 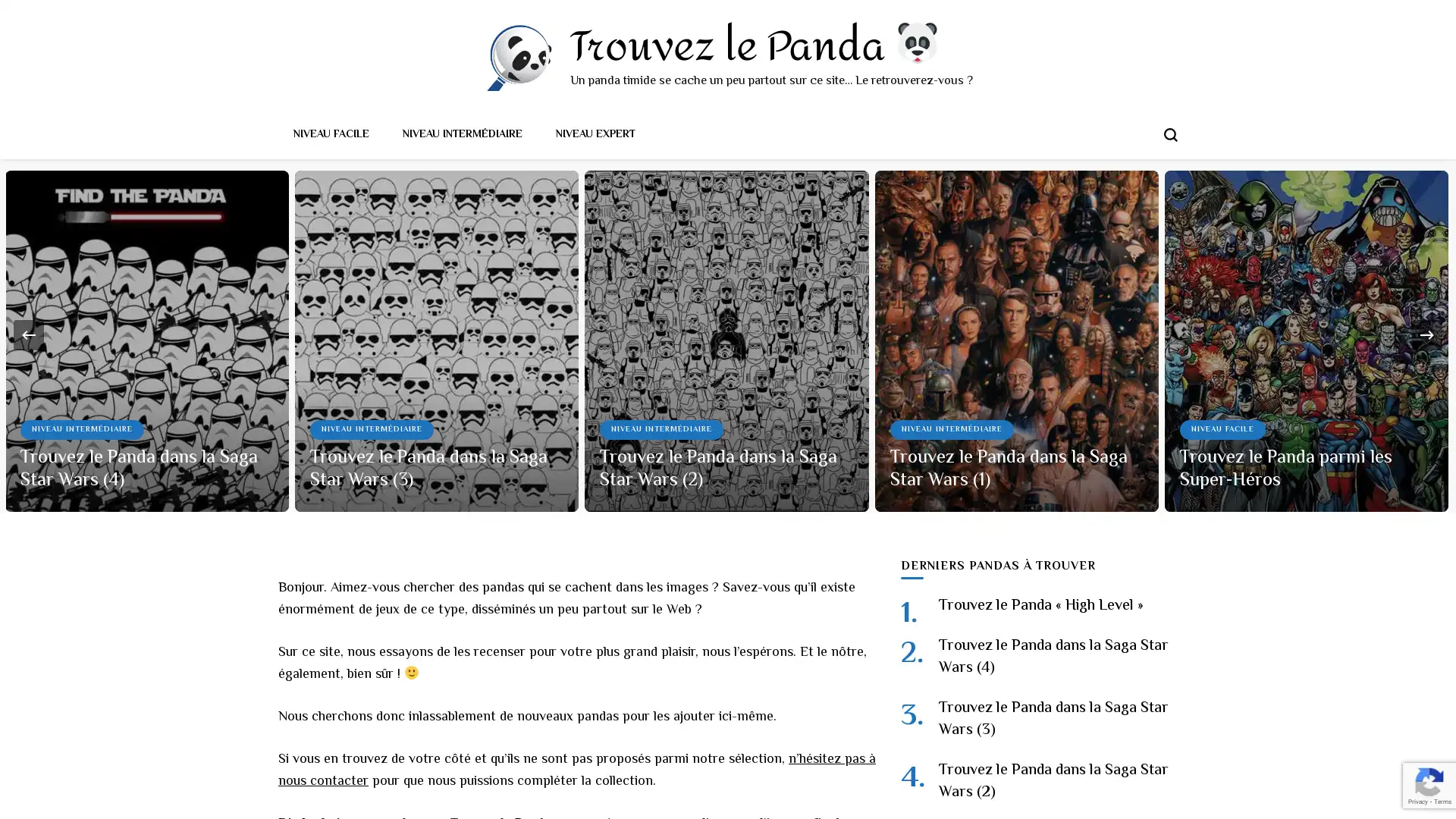 I want to click on Basculer sur formulaire de recherche, so click(x=1170, y=133).